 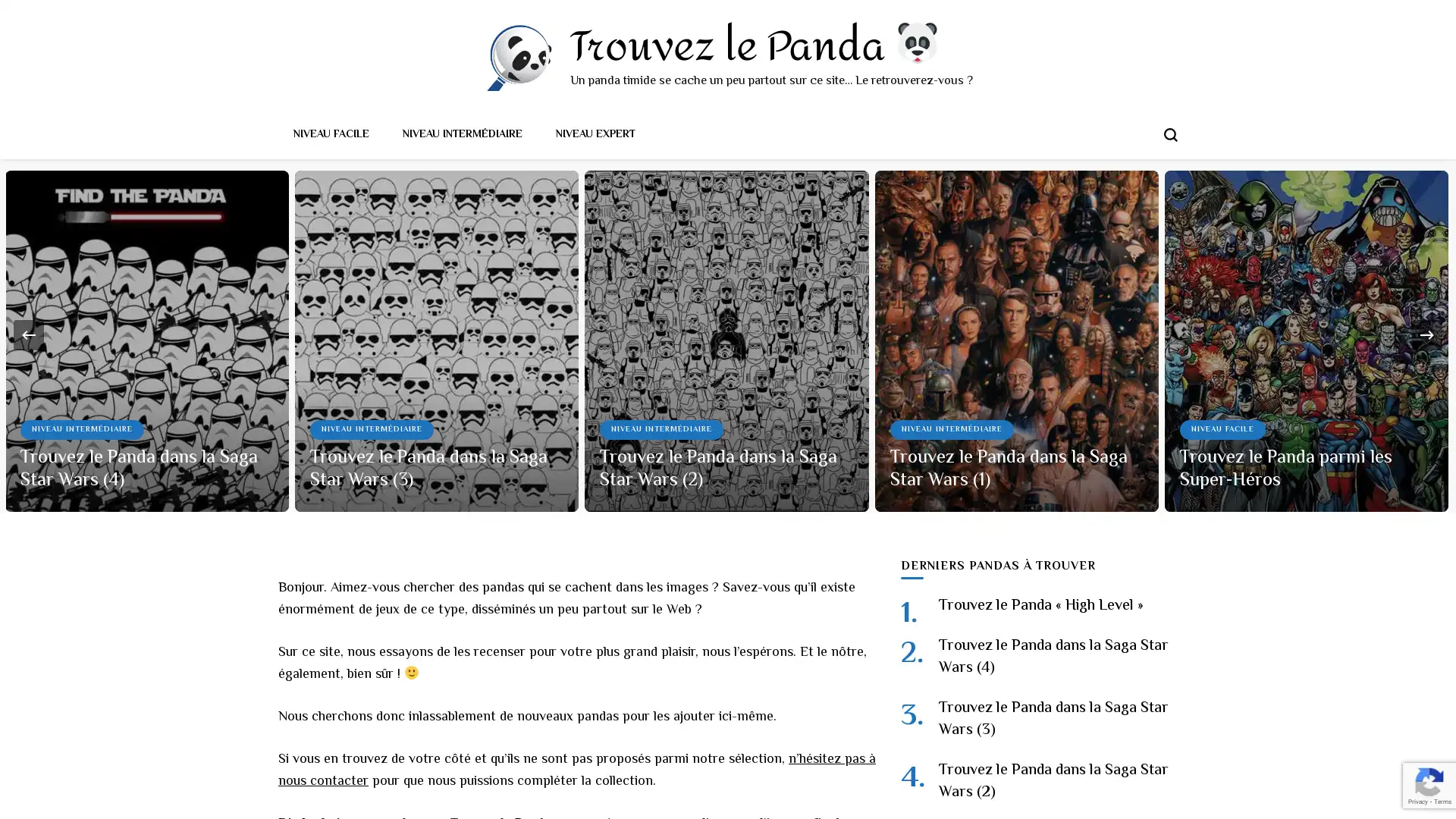 I want to click on Basculer sur formulaire de recherche, so click(x=1170, y=133).